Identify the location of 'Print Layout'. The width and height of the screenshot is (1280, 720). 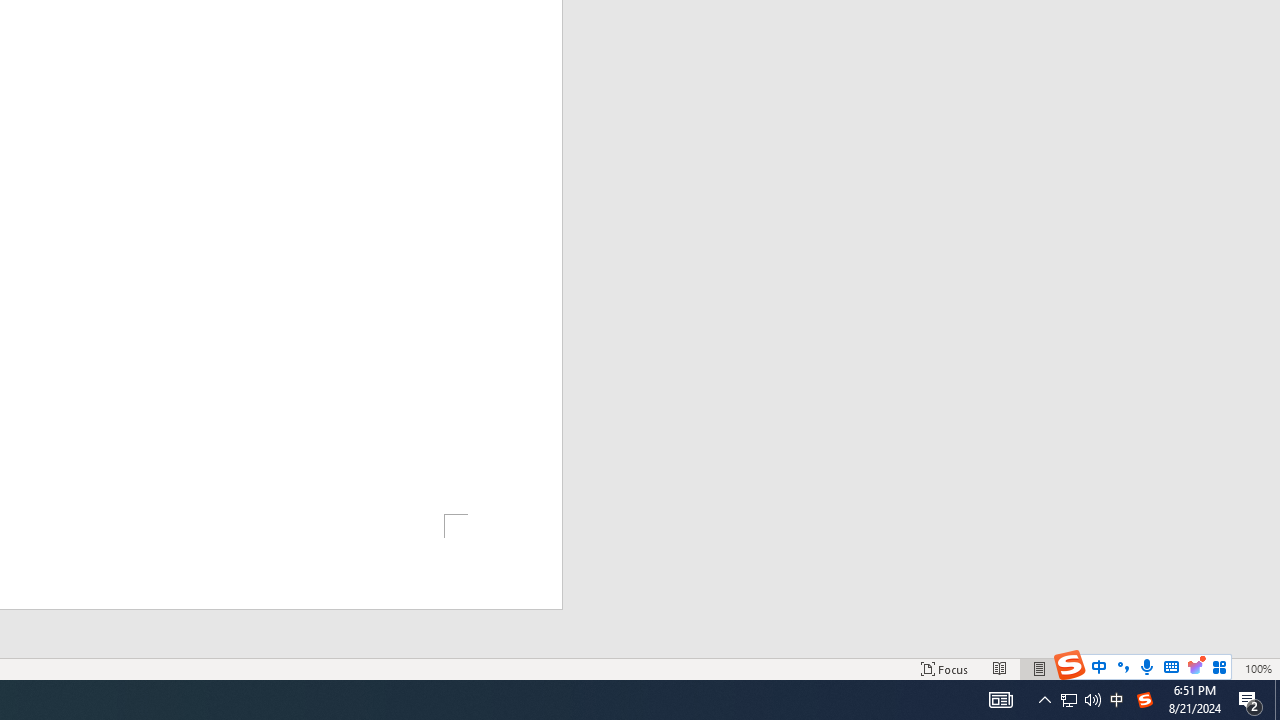
(1040, 669).